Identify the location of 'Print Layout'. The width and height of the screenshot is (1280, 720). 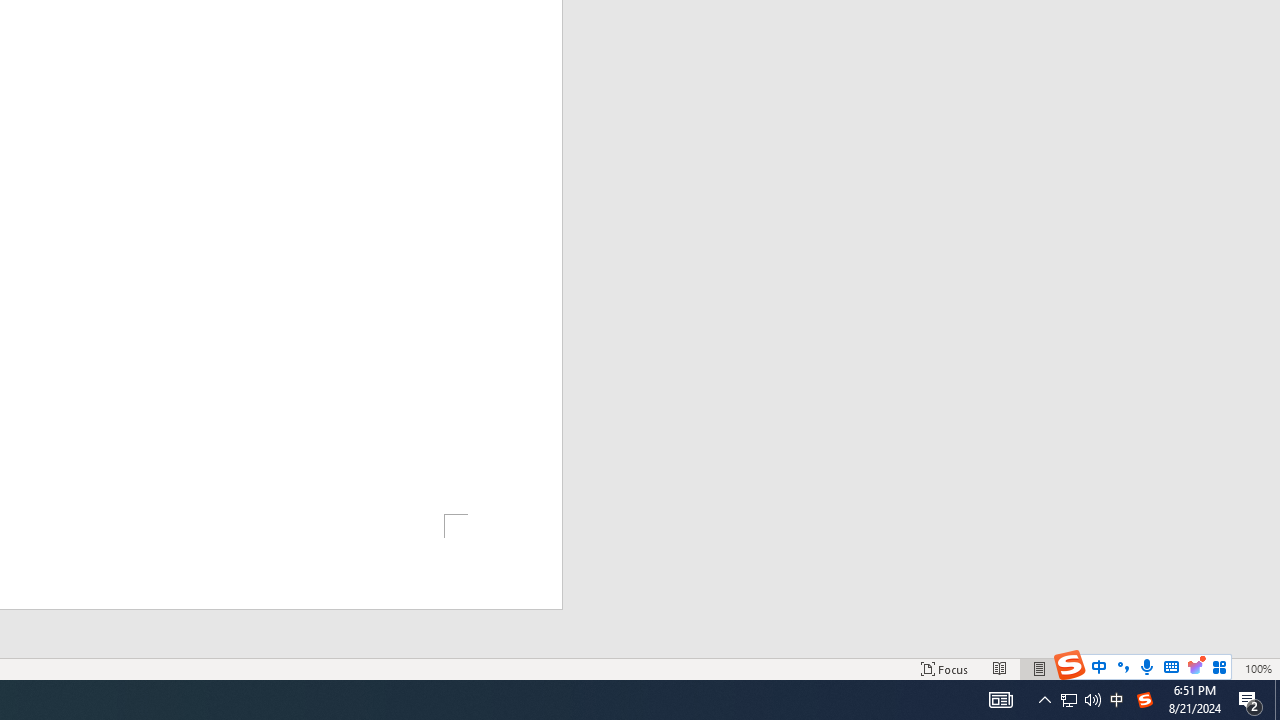
(1040, 669).